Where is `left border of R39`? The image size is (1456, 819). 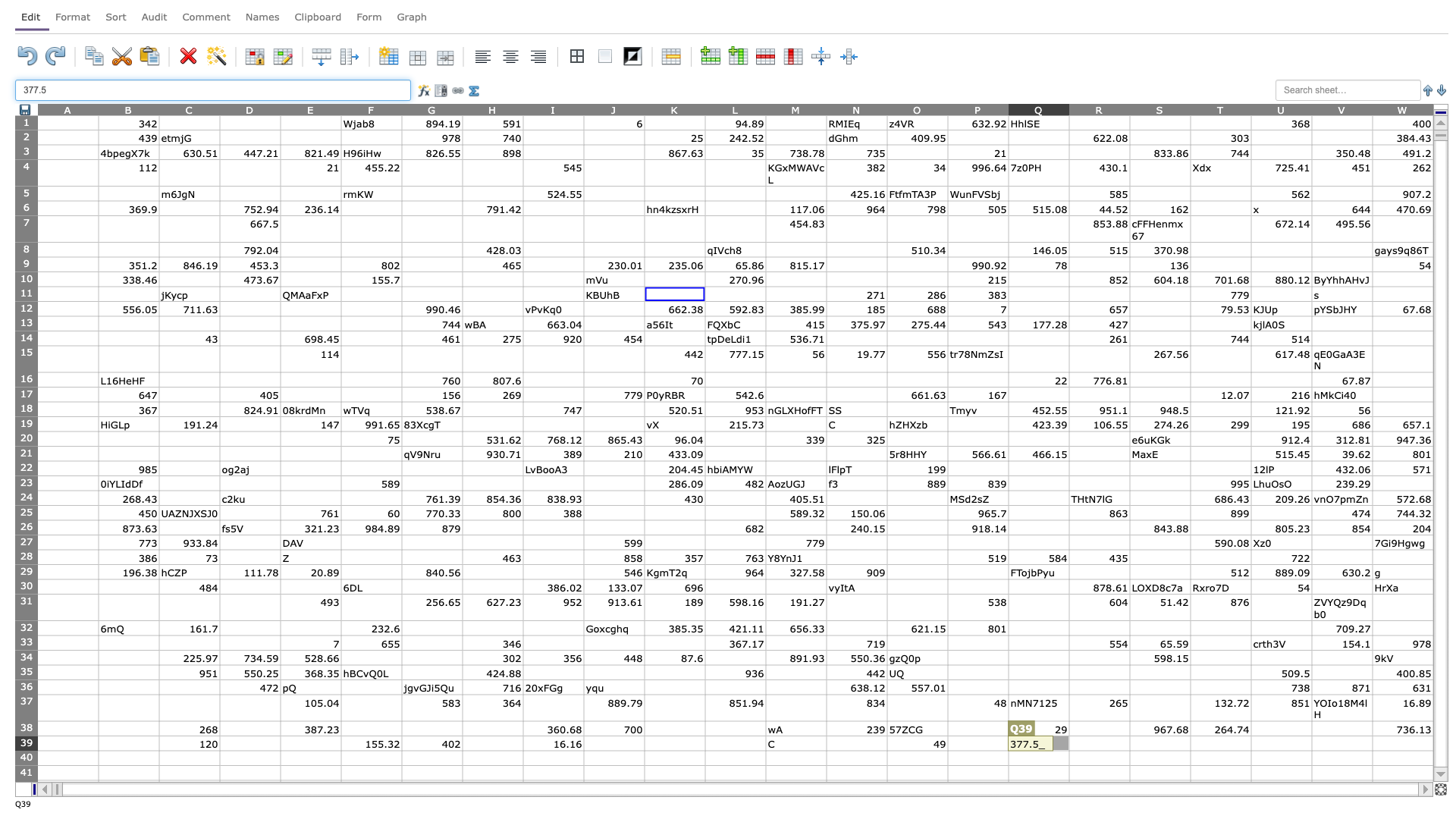 left border of R39 is located at coordinates (1068, 742).